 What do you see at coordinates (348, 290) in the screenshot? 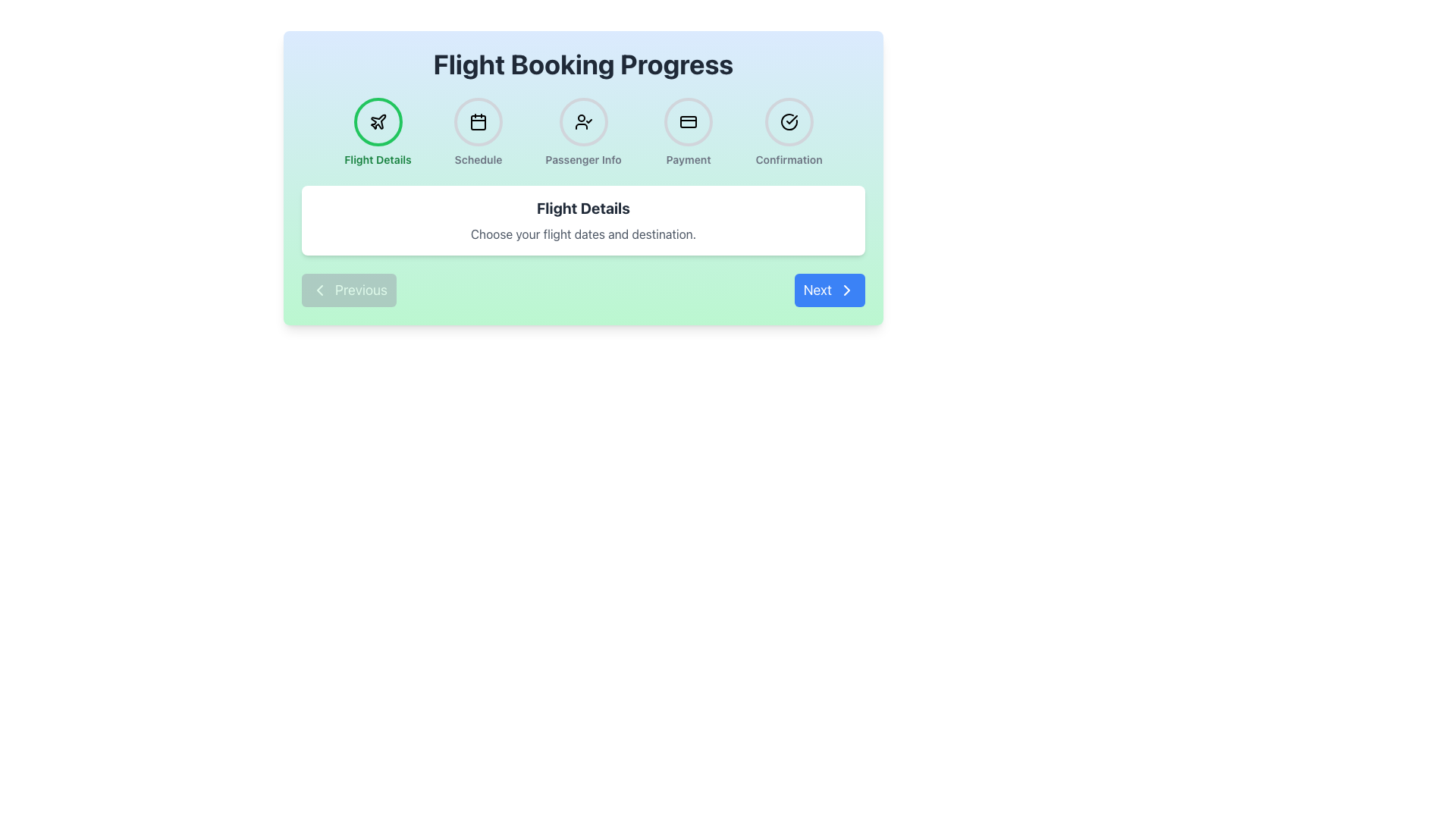
I see `the navigational button located in the bottom-left section of the card, adjacent to the text 'Flight Details'` at bounding box center [348, 290].